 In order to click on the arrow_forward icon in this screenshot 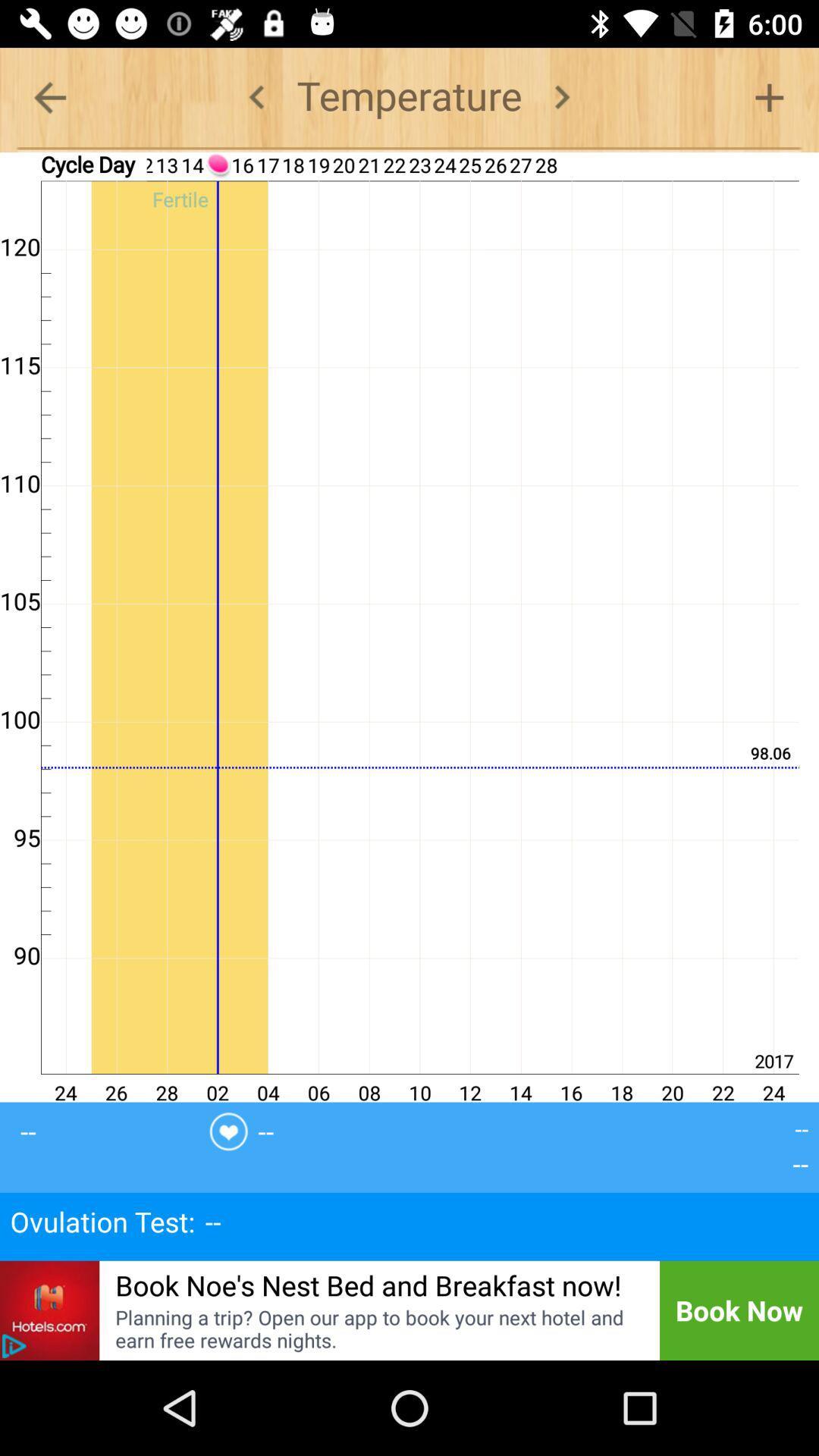, I will do `click(561, 96)`.